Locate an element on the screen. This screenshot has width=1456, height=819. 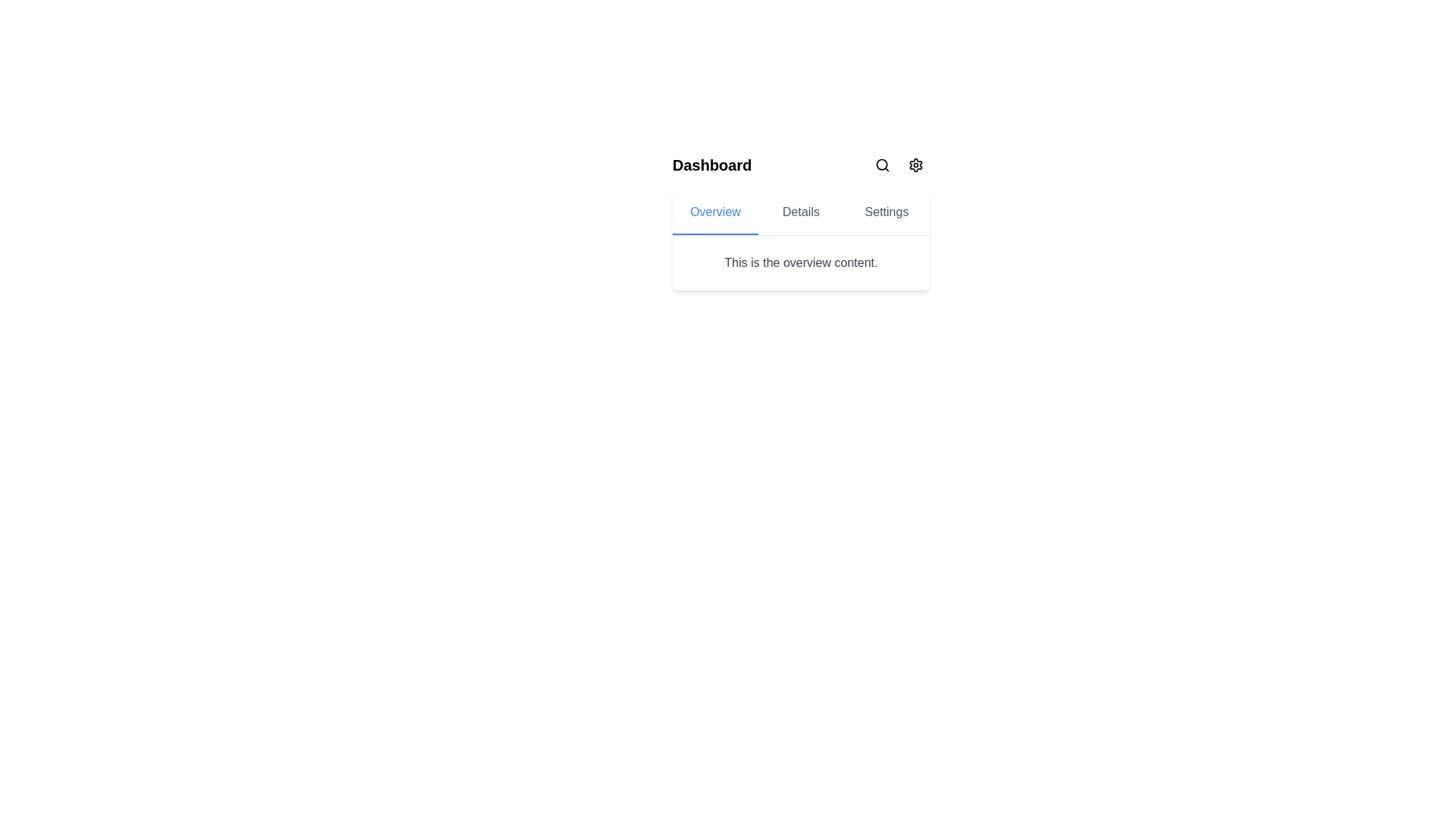
the 'Details' navigation tab, which is the second tab in a row of three tabs, located near the top-center of the interface is located at coordinates (800, 213).